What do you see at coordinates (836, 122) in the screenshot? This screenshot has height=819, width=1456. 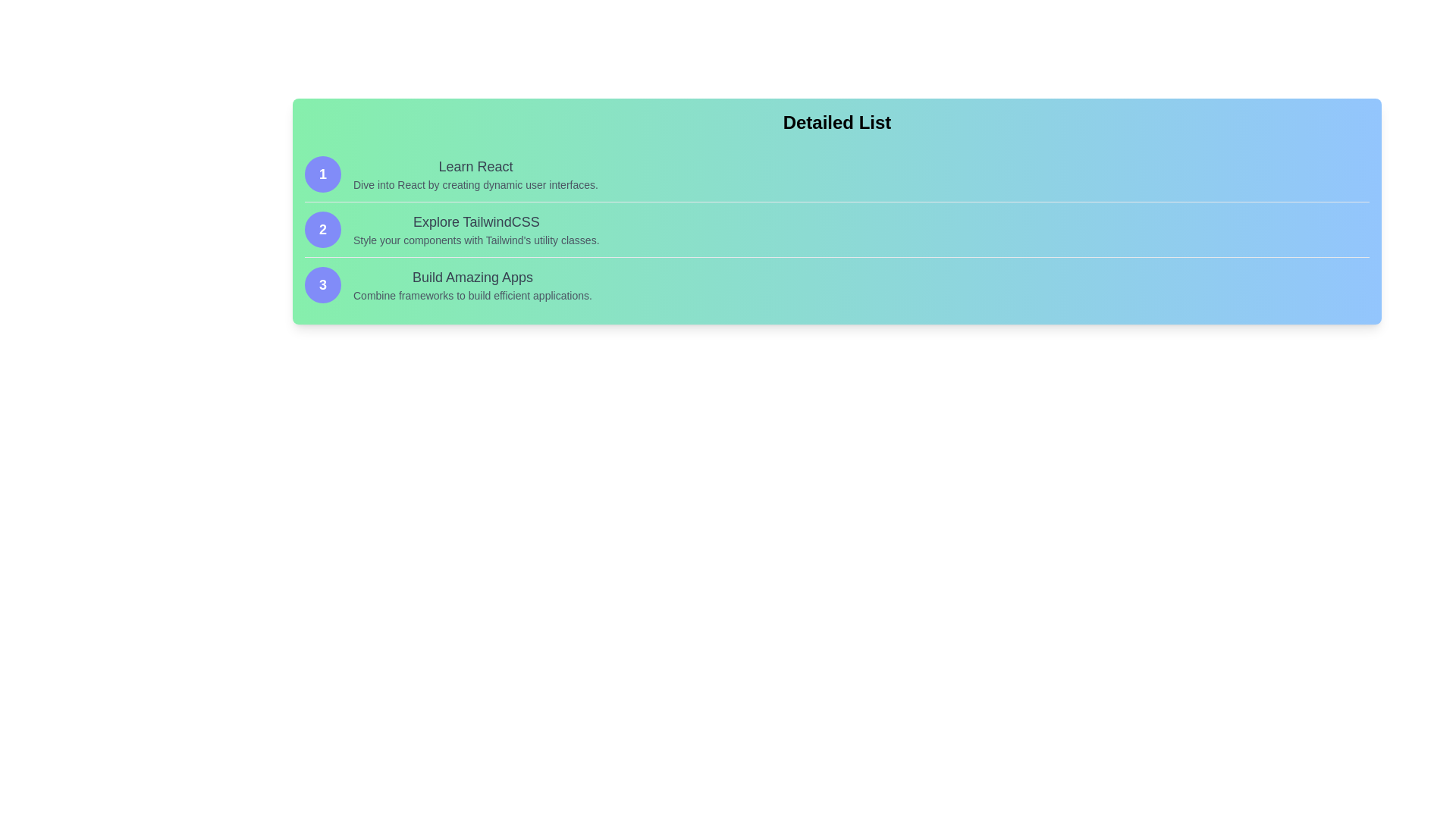 I see `text from the label displaying 'Detailed List' which is styled with a bold font and positioned at the top of the display area` at bounding box center [836, 122].